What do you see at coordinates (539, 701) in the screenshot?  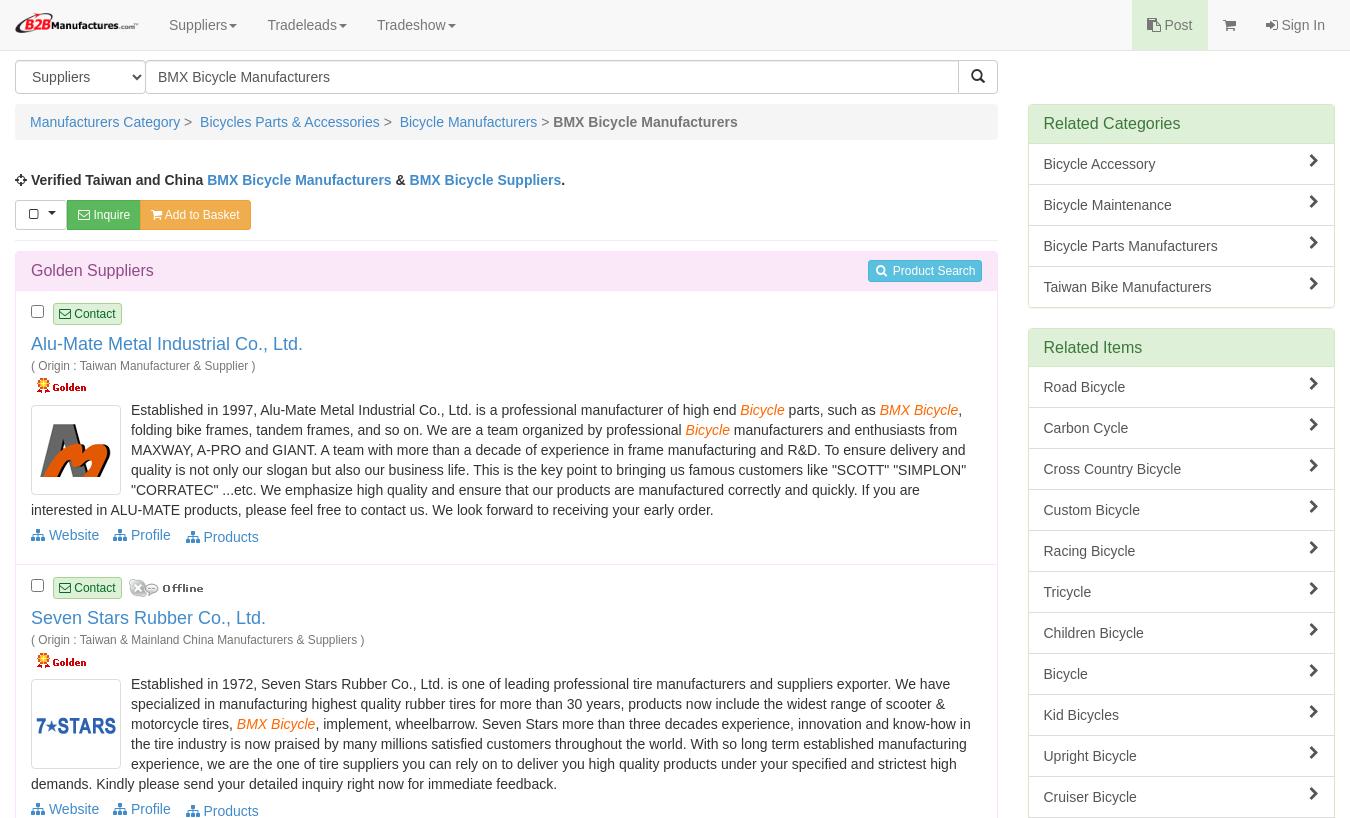 I see `'Established in 1972, Seven Stars Rubber Co., Ltd. is one of leading professional tire manufacturers and suppliers exporter. We have specialized in manufacturing highest quality rubber tires for more than 30 years, products now include the widest range of scooter & motorcycle tires,'` at bounding box center [539, 701].